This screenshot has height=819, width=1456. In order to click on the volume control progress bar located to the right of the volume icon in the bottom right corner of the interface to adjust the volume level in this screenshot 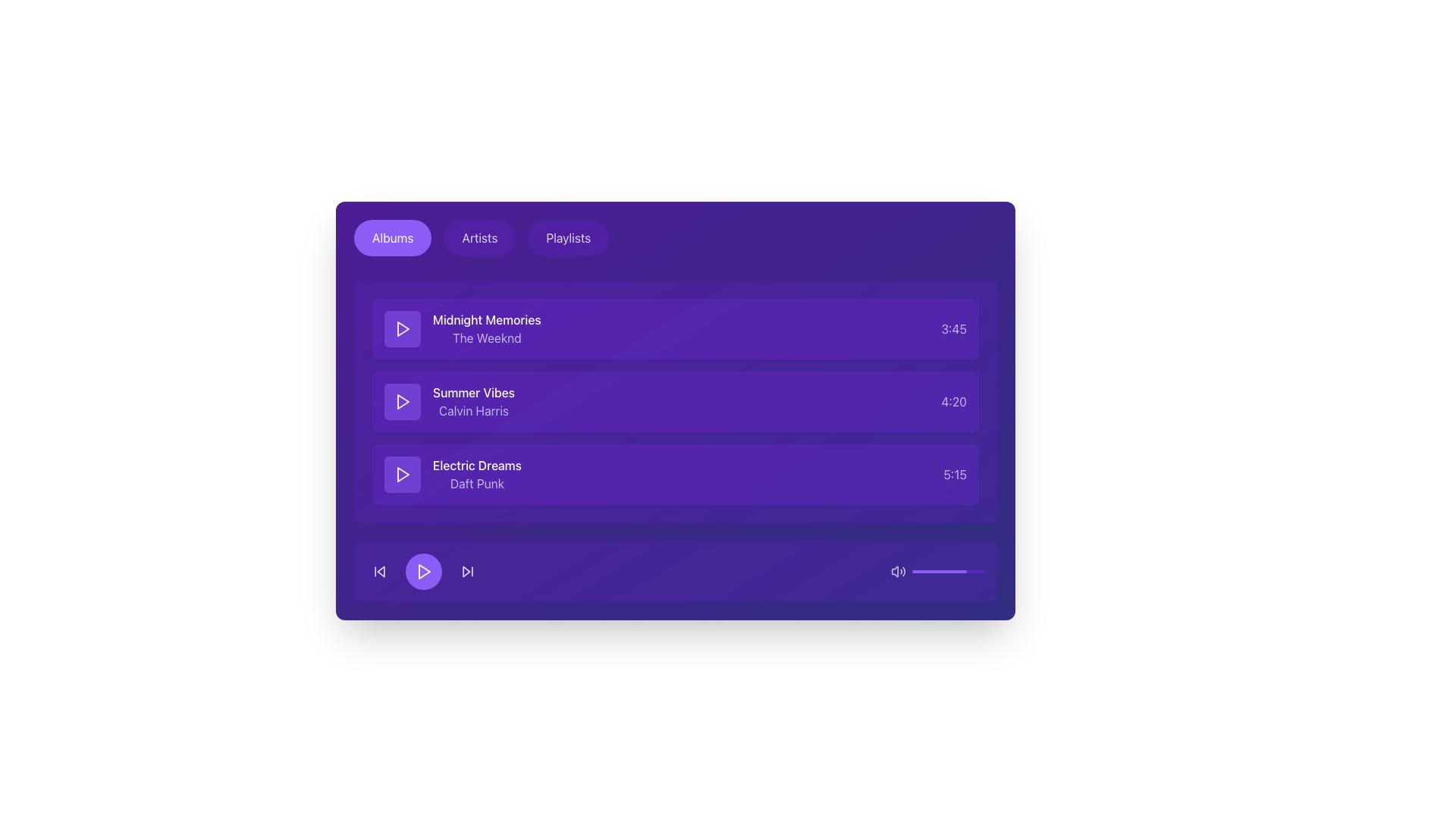, I will do `click(948, 571)`.